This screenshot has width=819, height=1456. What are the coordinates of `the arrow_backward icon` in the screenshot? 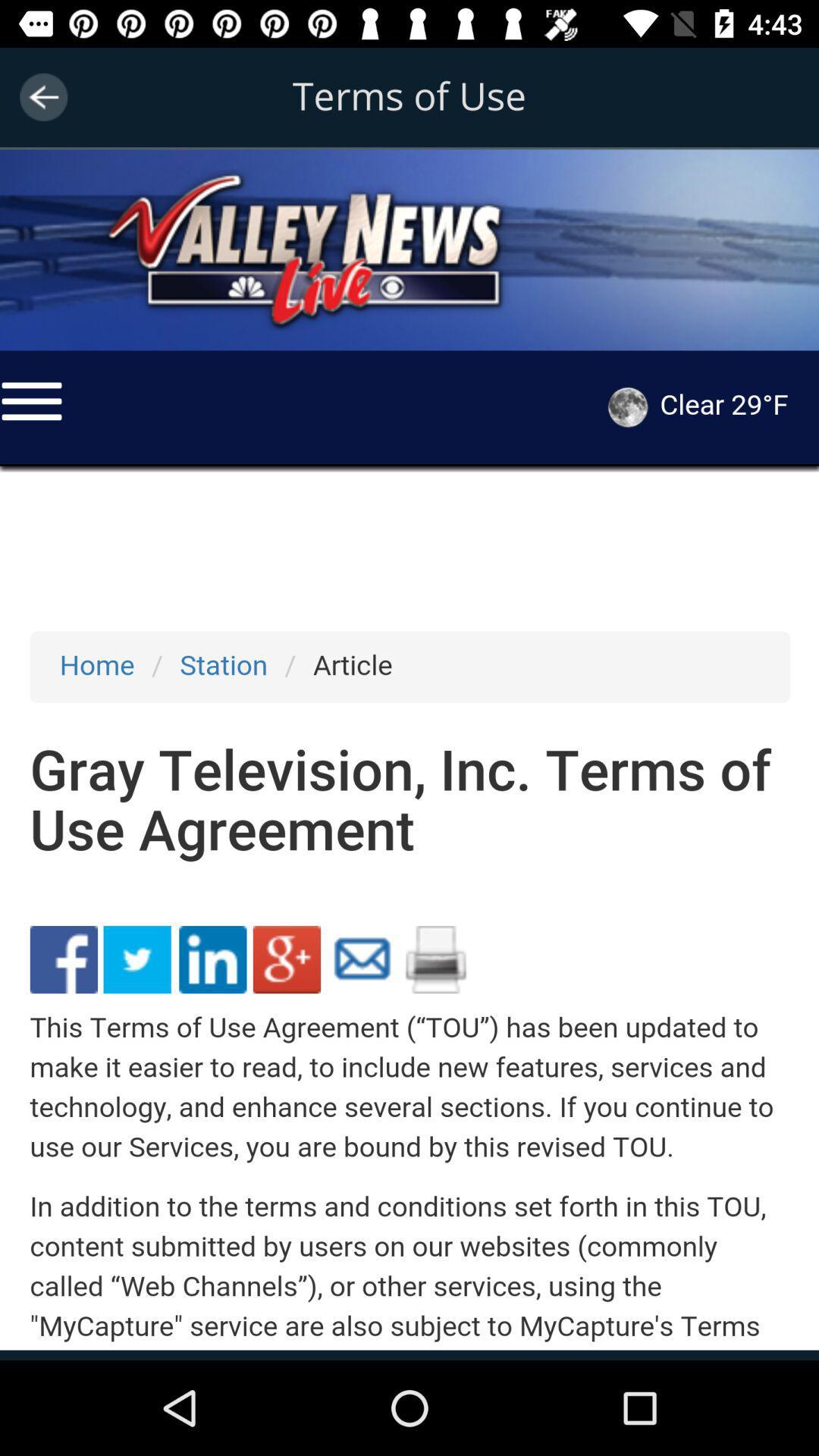 It's located at (42, 96).